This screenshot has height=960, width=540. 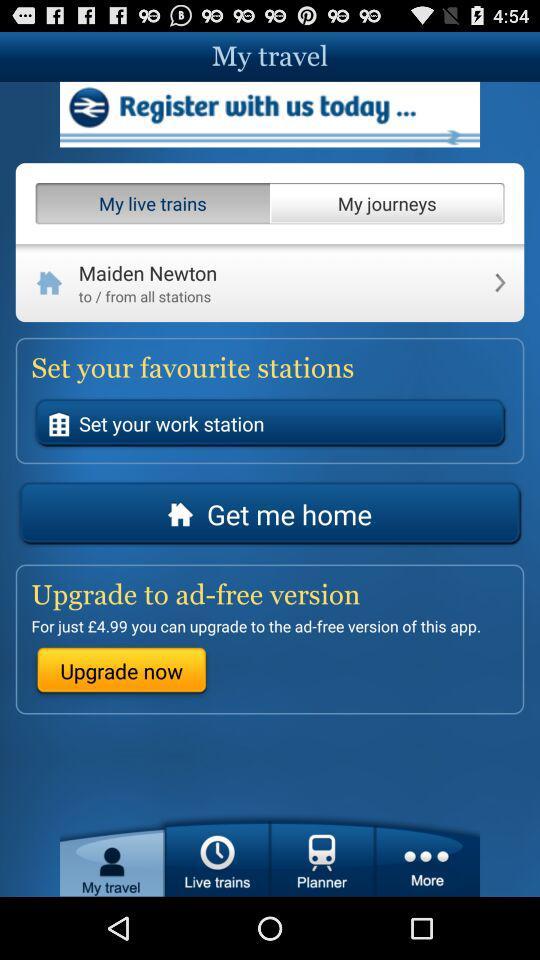 What do you see at coordinates (270, 114) in the screenshot?
I see `register quick link for sign up` at bounding box center [270, 114].